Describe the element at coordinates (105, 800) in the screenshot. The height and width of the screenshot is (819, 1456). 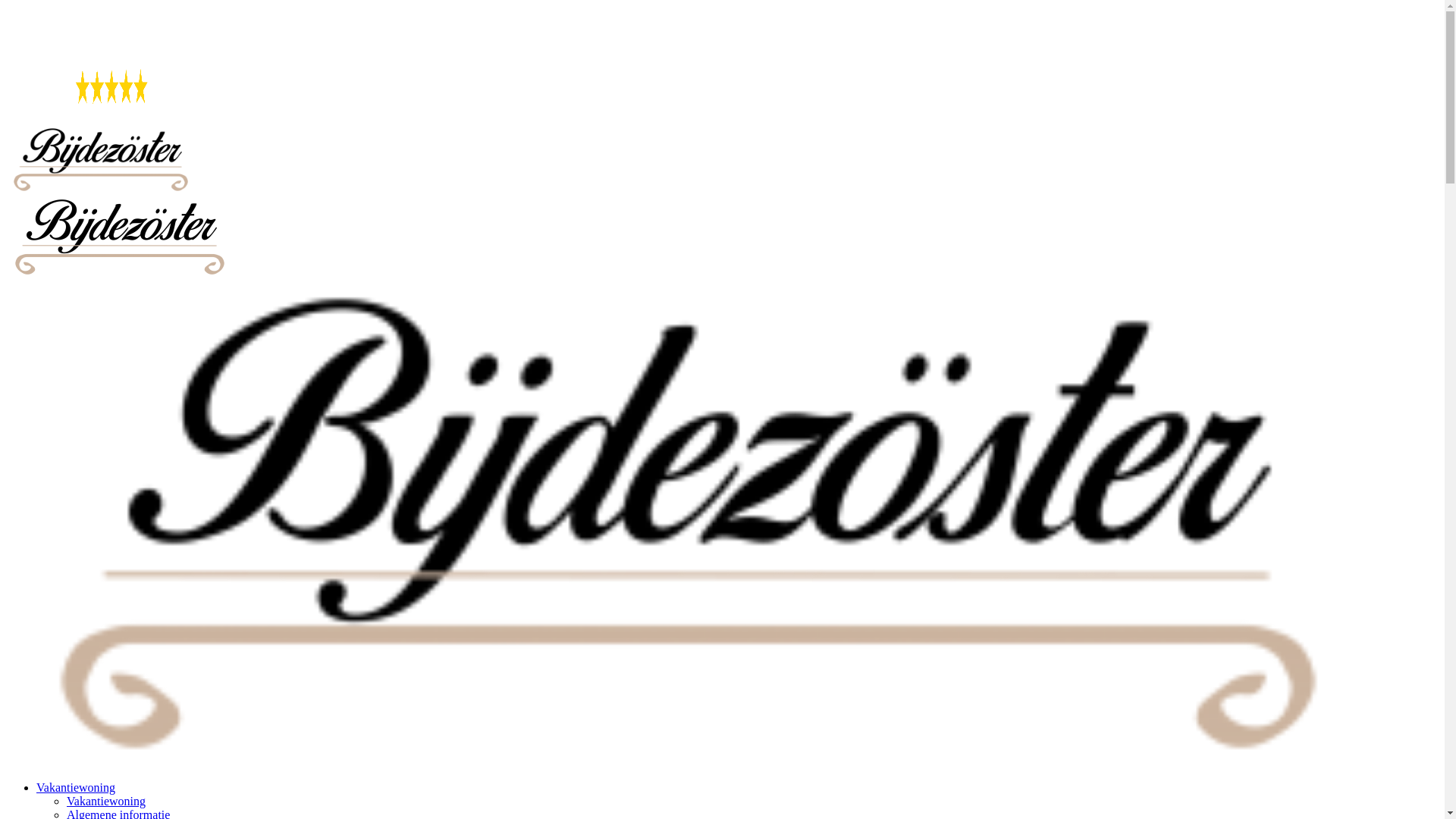
I see `'Vakantiewoning'` at that location.